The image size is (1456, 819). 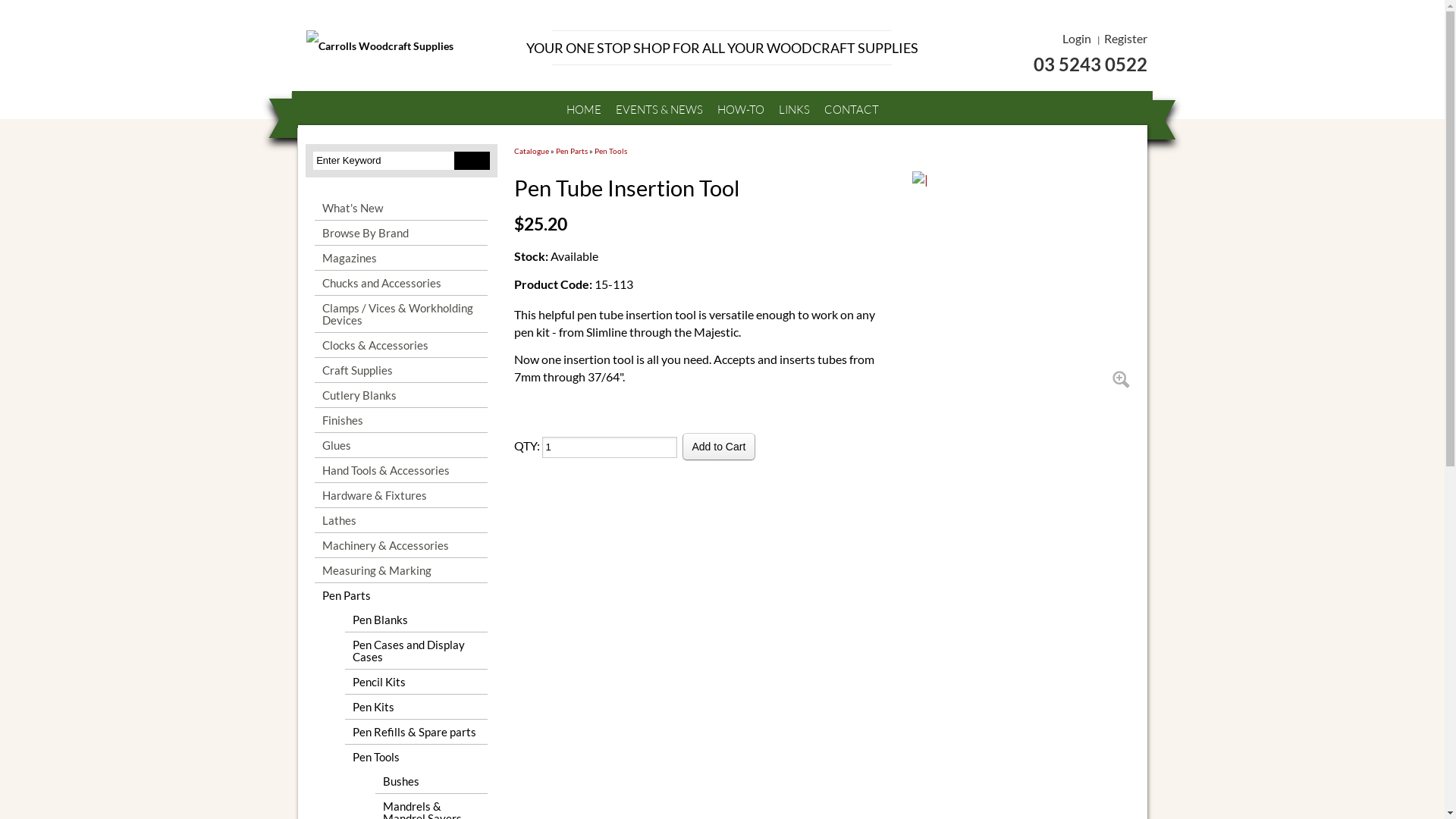 I want to click on 'LINKS', so click(x=792, y=108).